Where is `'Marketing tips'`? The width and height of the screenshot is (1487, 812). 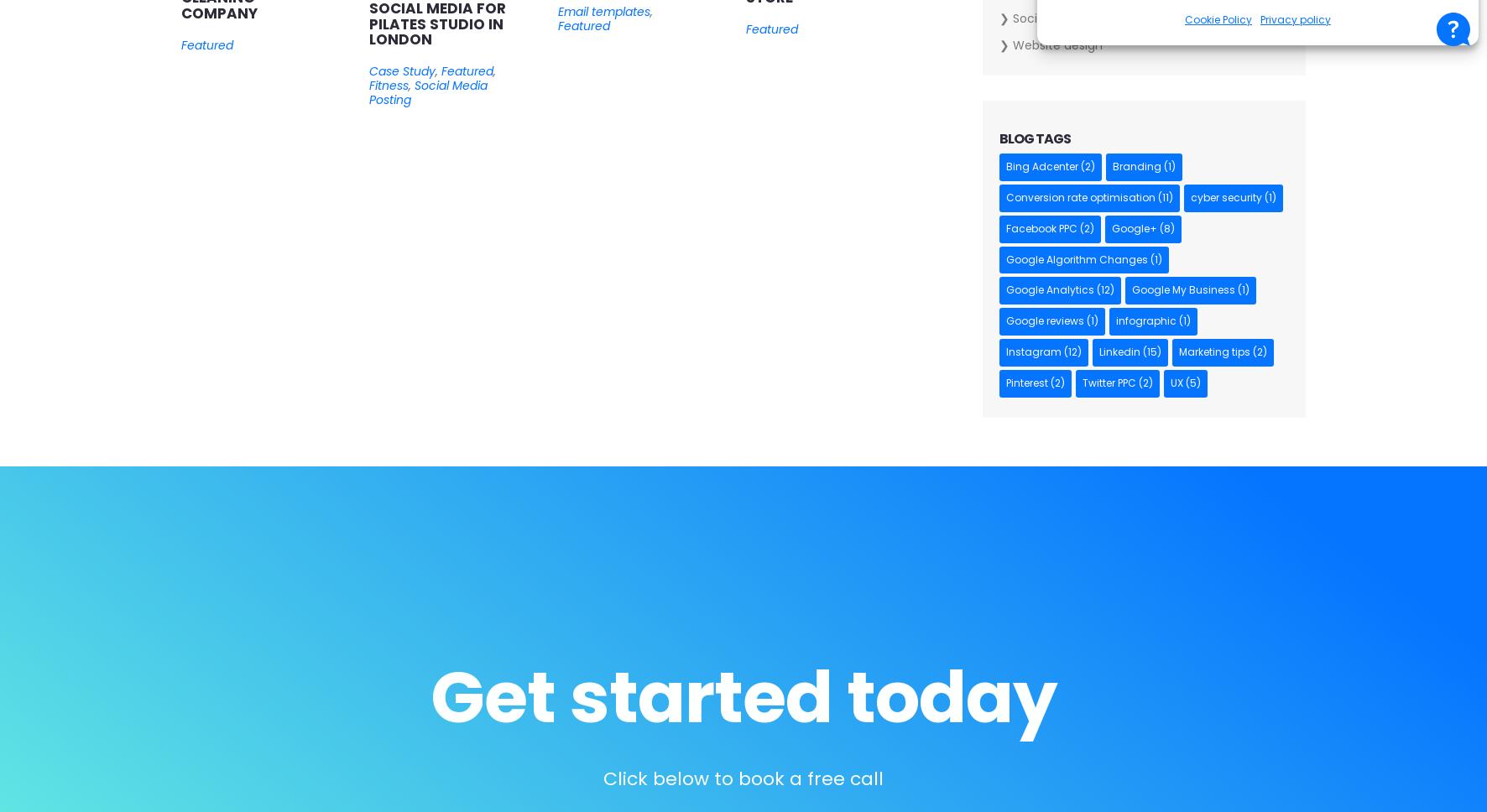
'Marketing tips' is located at coordinates (1213, 351).